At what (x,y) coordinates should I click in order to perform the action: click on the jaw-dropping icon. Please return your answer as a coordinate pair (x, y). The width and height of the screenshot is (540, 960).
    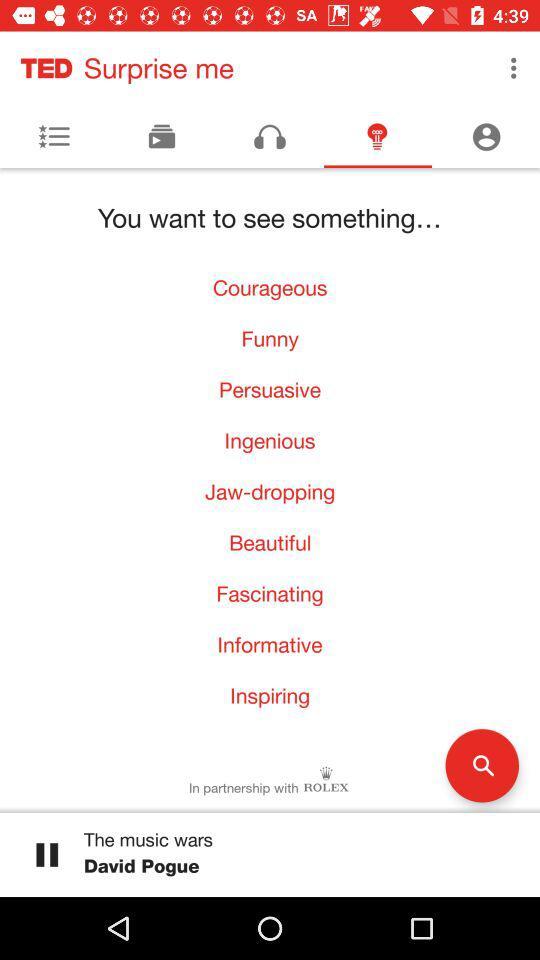
    Looking at the image, I should click on (270, 490).